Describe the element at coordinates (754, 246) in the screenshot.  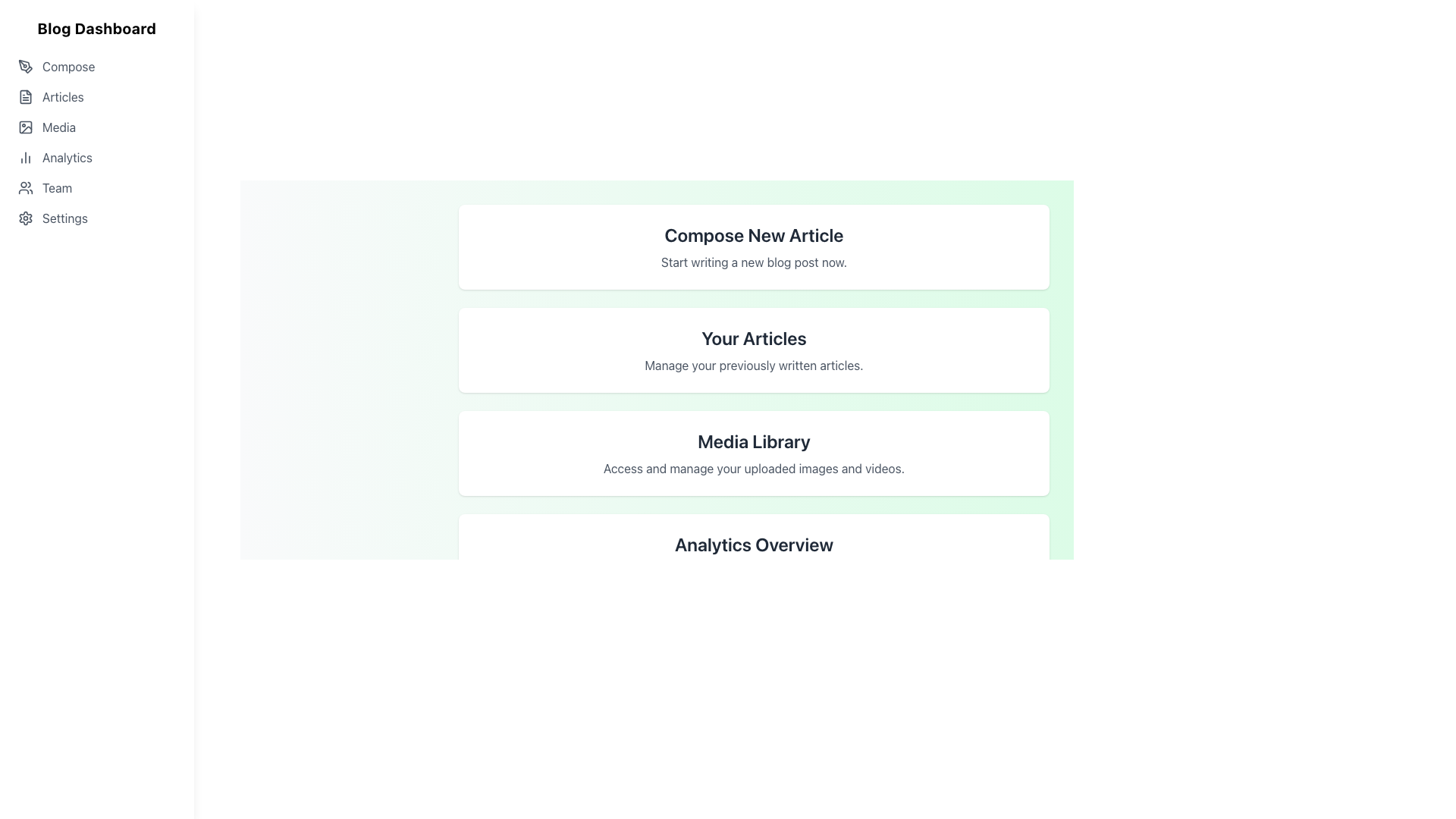
I see `the 'Compose New Article' card, which is a white rectangular box with rounded corners and contains the title in bold and the description in lighter font` at that location.